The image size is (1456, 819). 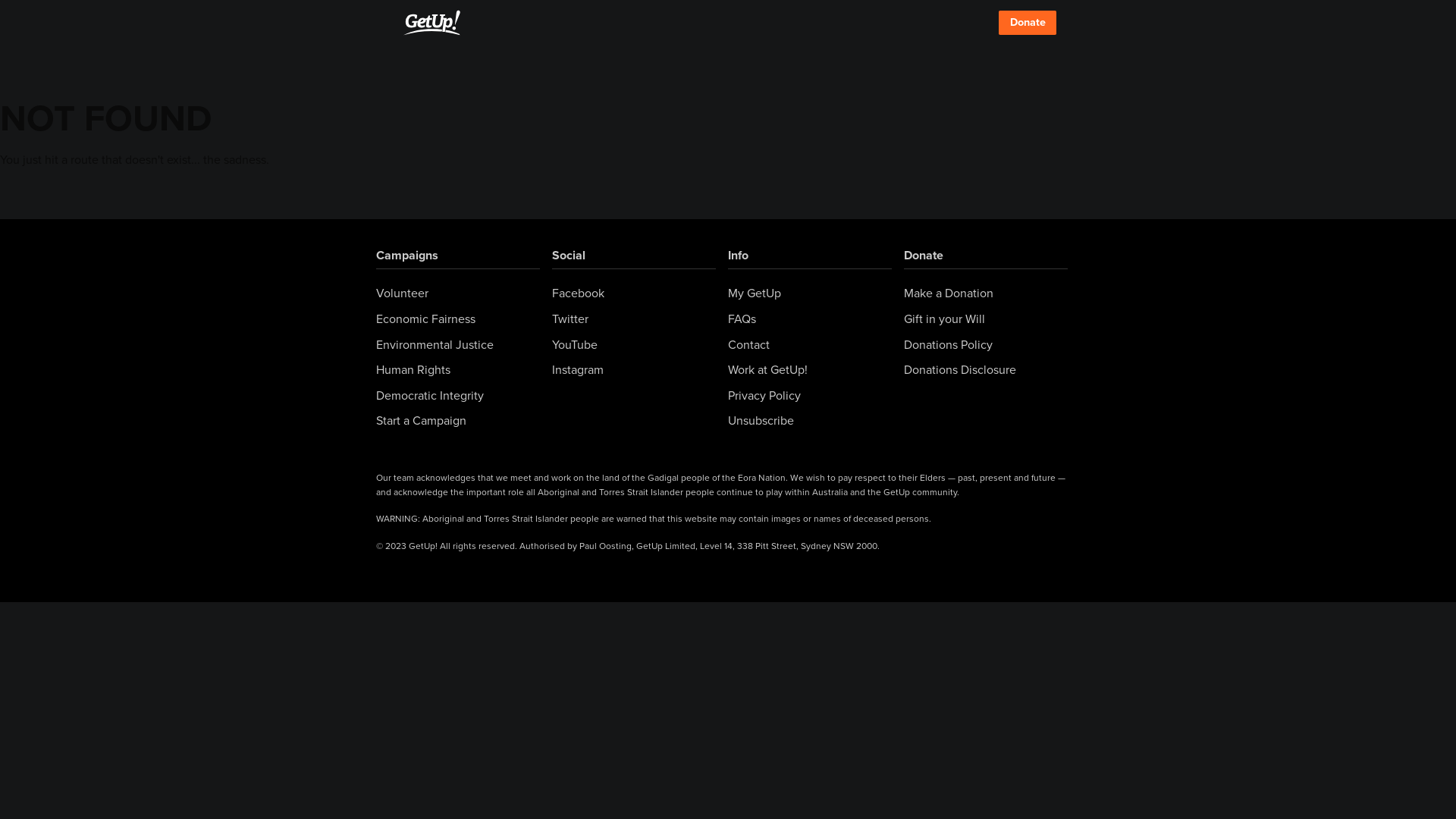 I want to click on 'Donate', so click(x=923, y=254).